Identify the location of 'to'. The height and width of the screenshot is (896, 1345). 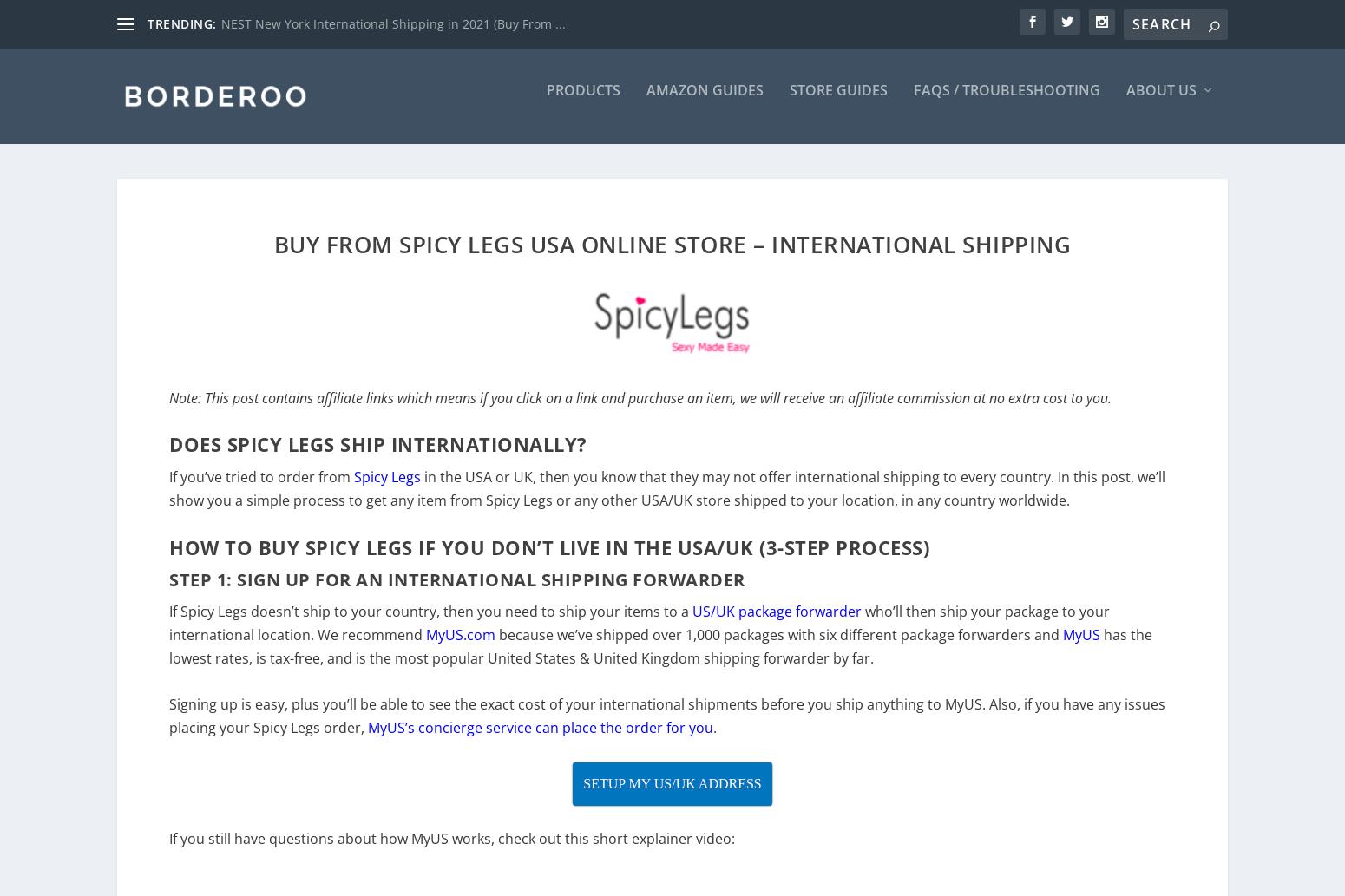
(548, 623).